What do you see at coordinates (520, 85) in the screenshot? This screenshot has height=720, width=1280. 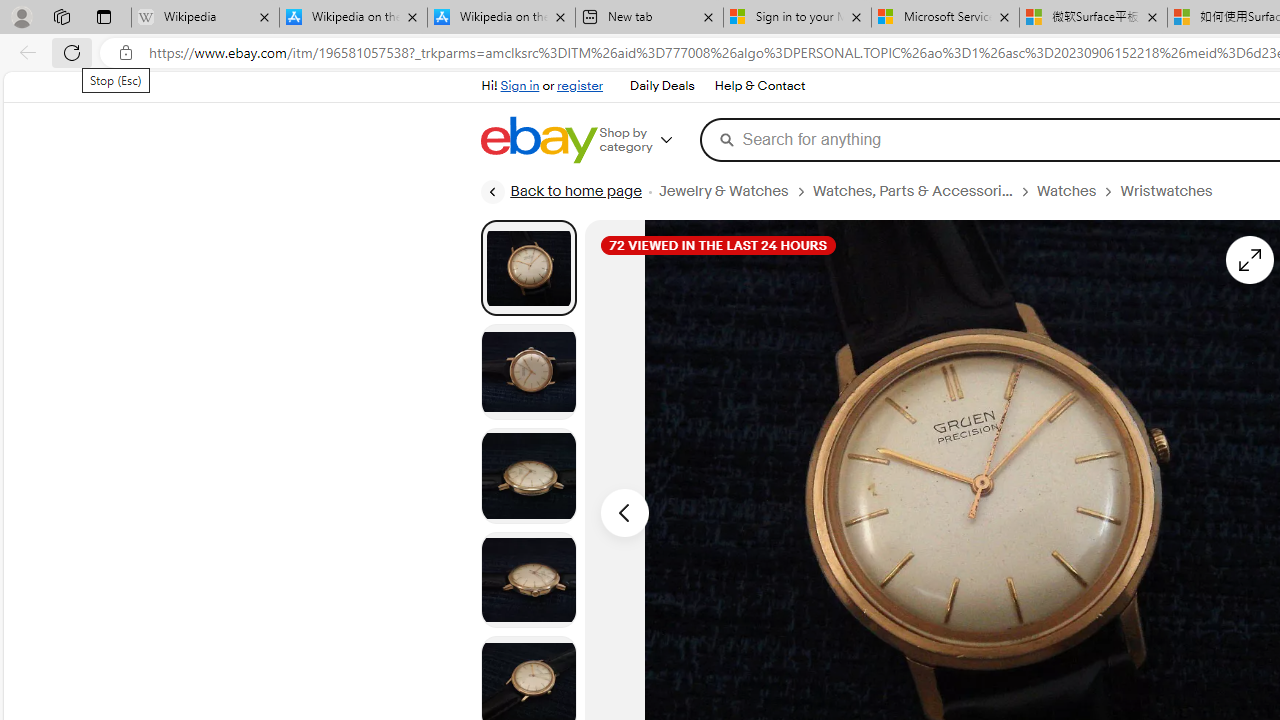 I see `'Sign in'` at bounding box center [520, 85].